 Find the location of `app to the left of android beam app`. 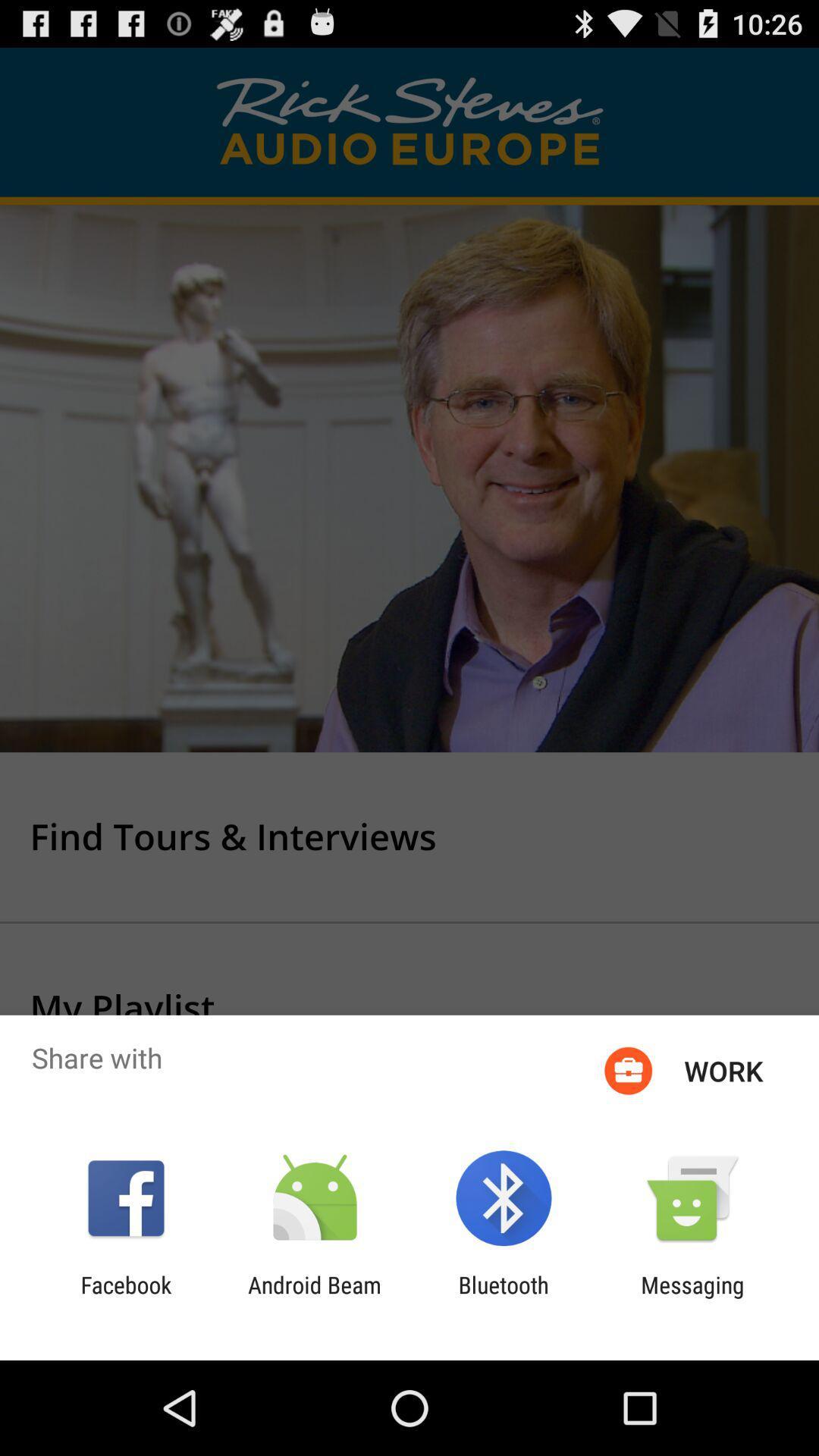

app to the left of android beam app is located at coordinates (125, 1298).